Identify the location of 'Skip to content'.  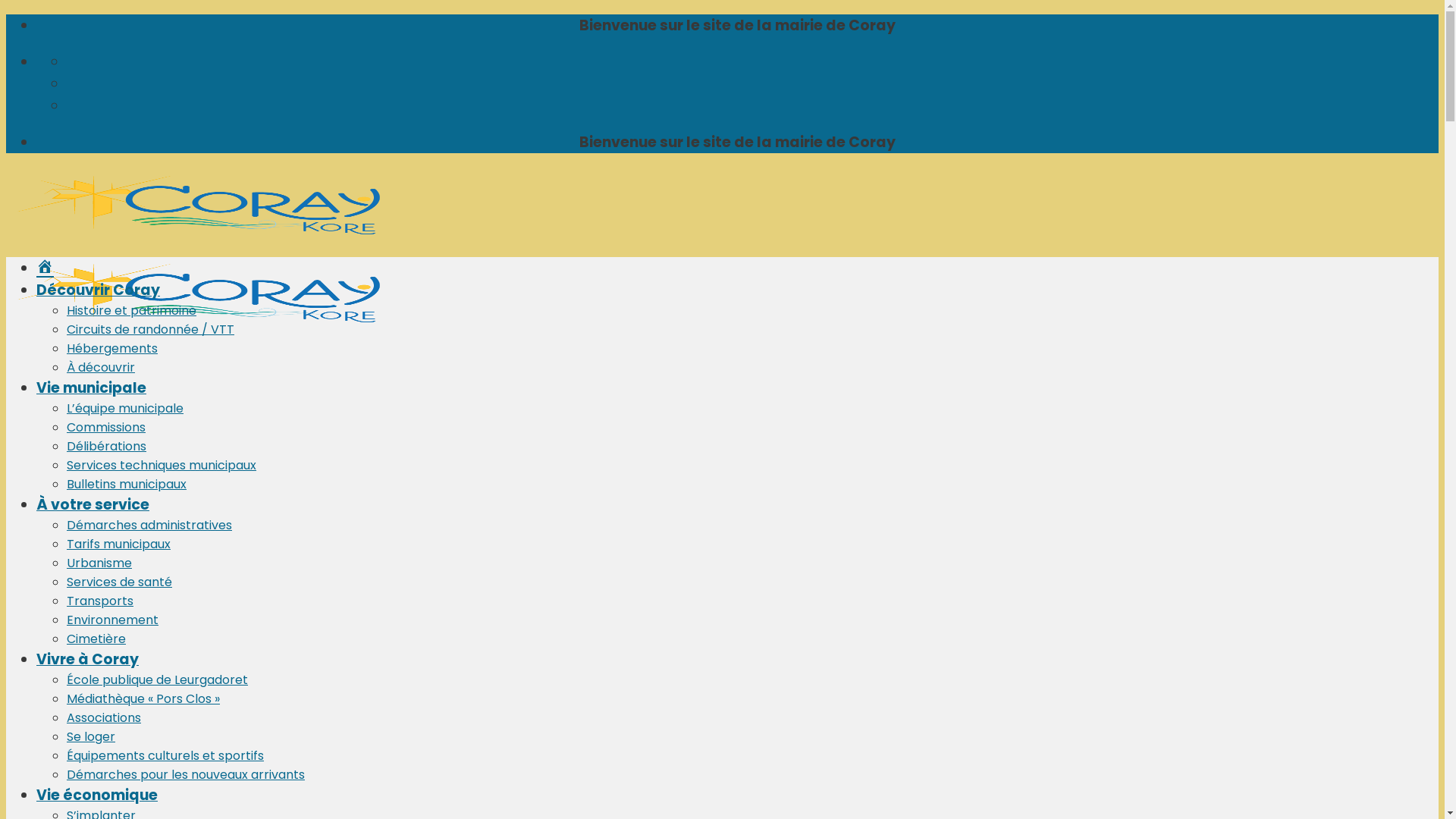
(5, 14).